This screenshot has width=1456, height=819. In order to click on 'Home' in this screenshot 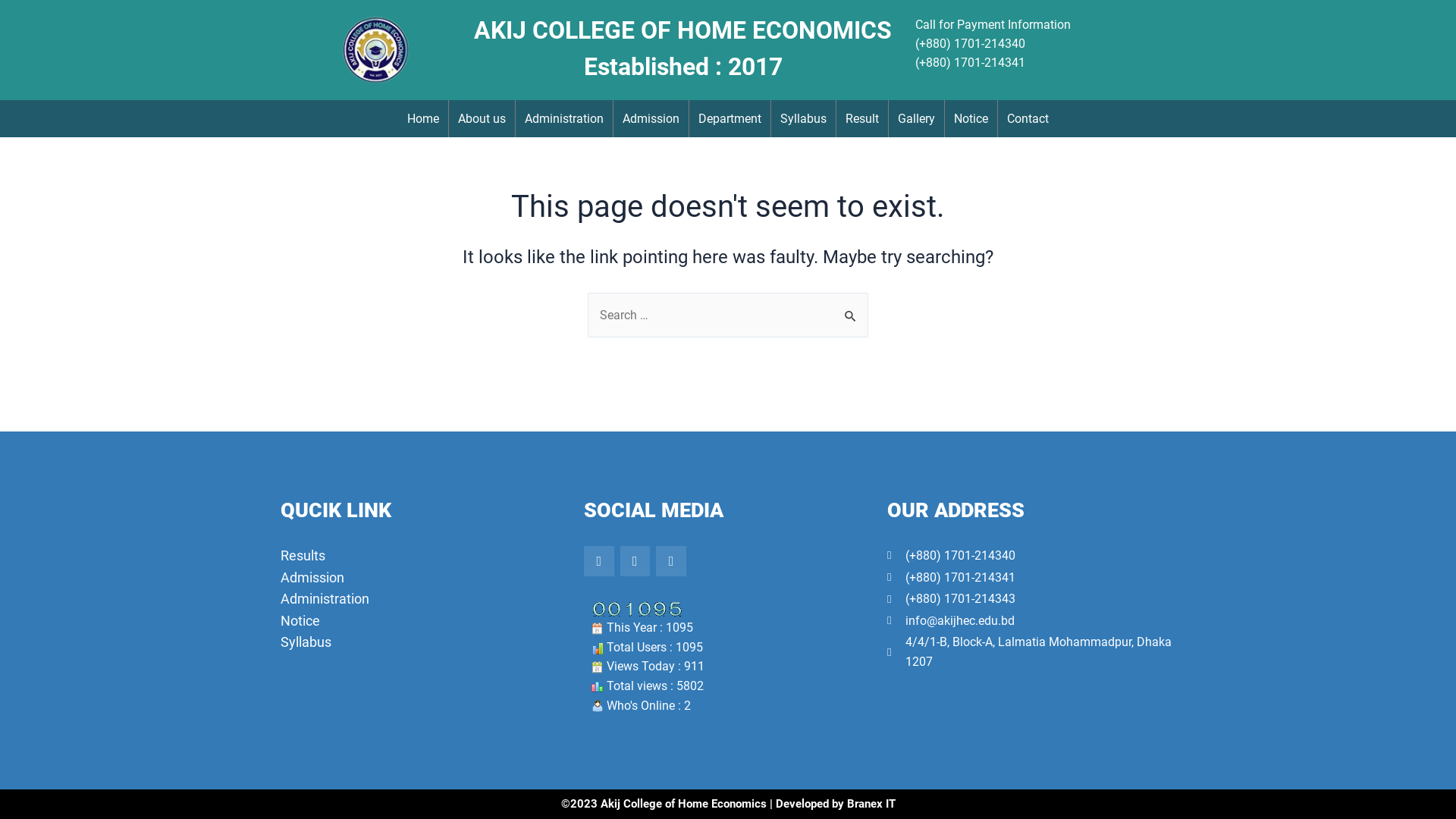, I will do `click(422, 118)`.